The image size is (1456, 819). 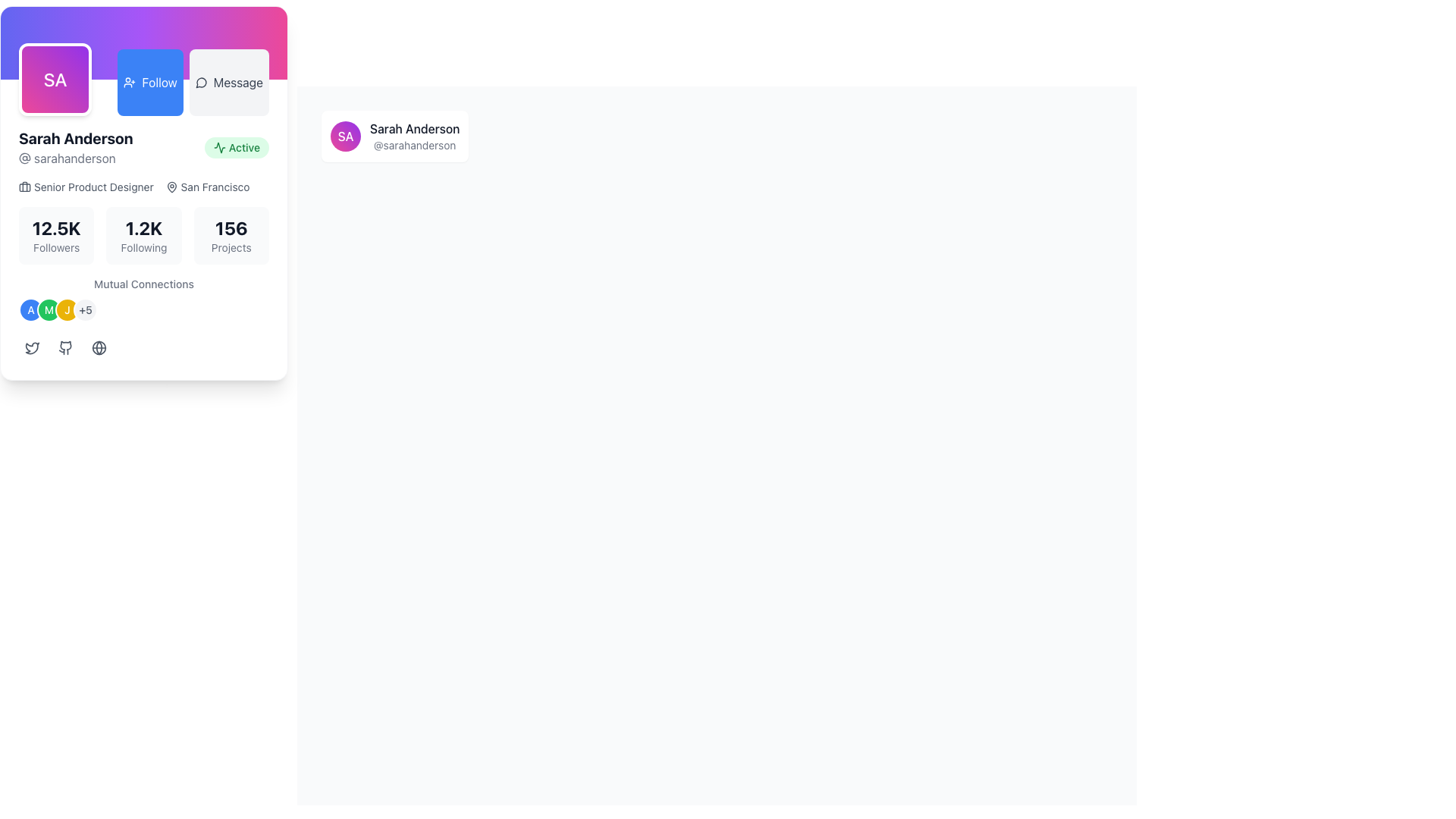 What do you see at coordinates (85, 186) in the screenshot?
I see `the profile associated with the 'Senior Product Designer' label located within the profile card interface` at bounding box center [85, 186].